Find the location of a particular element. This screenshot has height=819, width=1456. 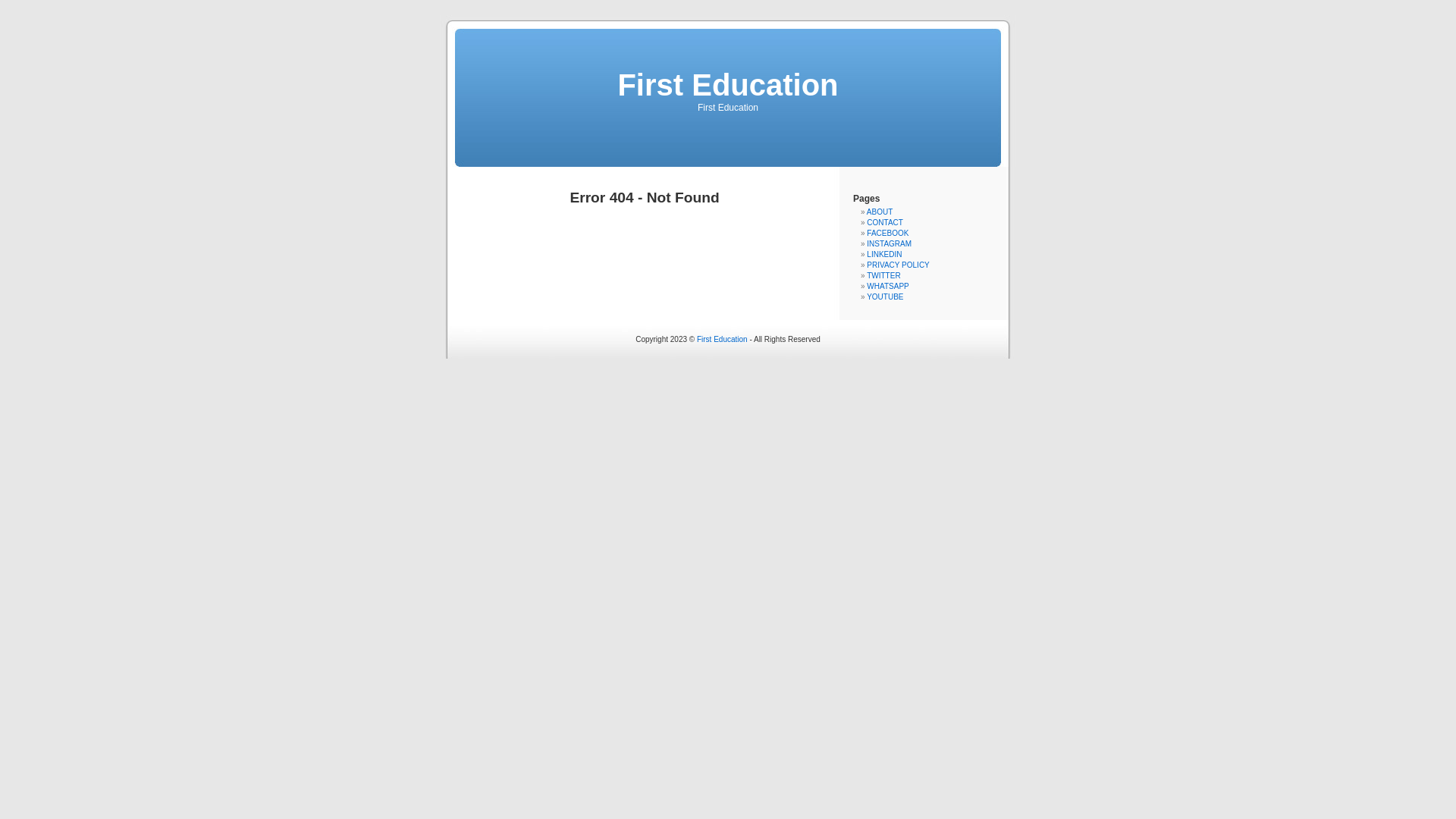

'TWITTER' is located at coordinates (883, 275).